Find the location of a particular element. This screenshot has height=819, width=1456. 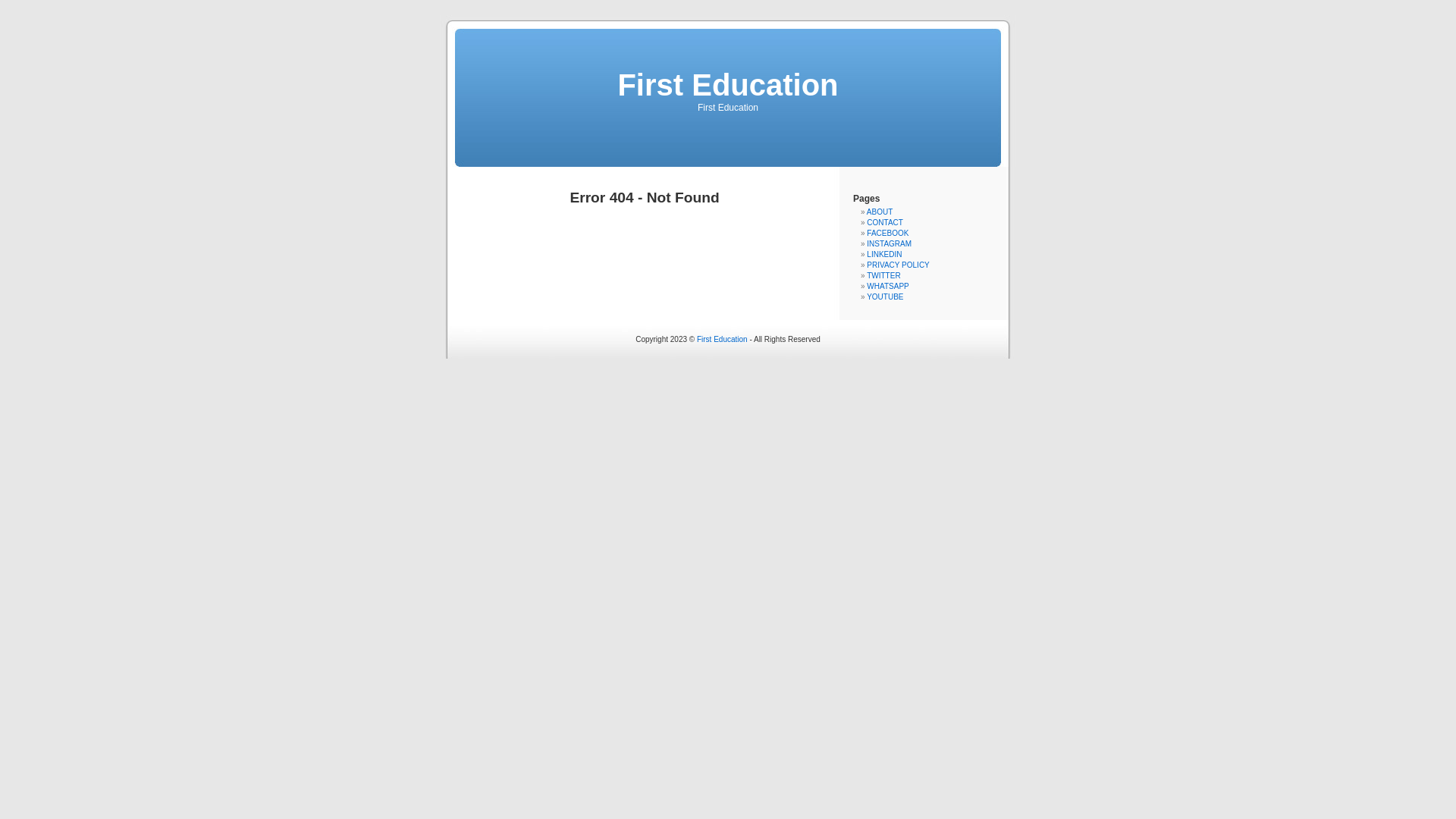

'TWITTER' is located at coordinates (883, 275).